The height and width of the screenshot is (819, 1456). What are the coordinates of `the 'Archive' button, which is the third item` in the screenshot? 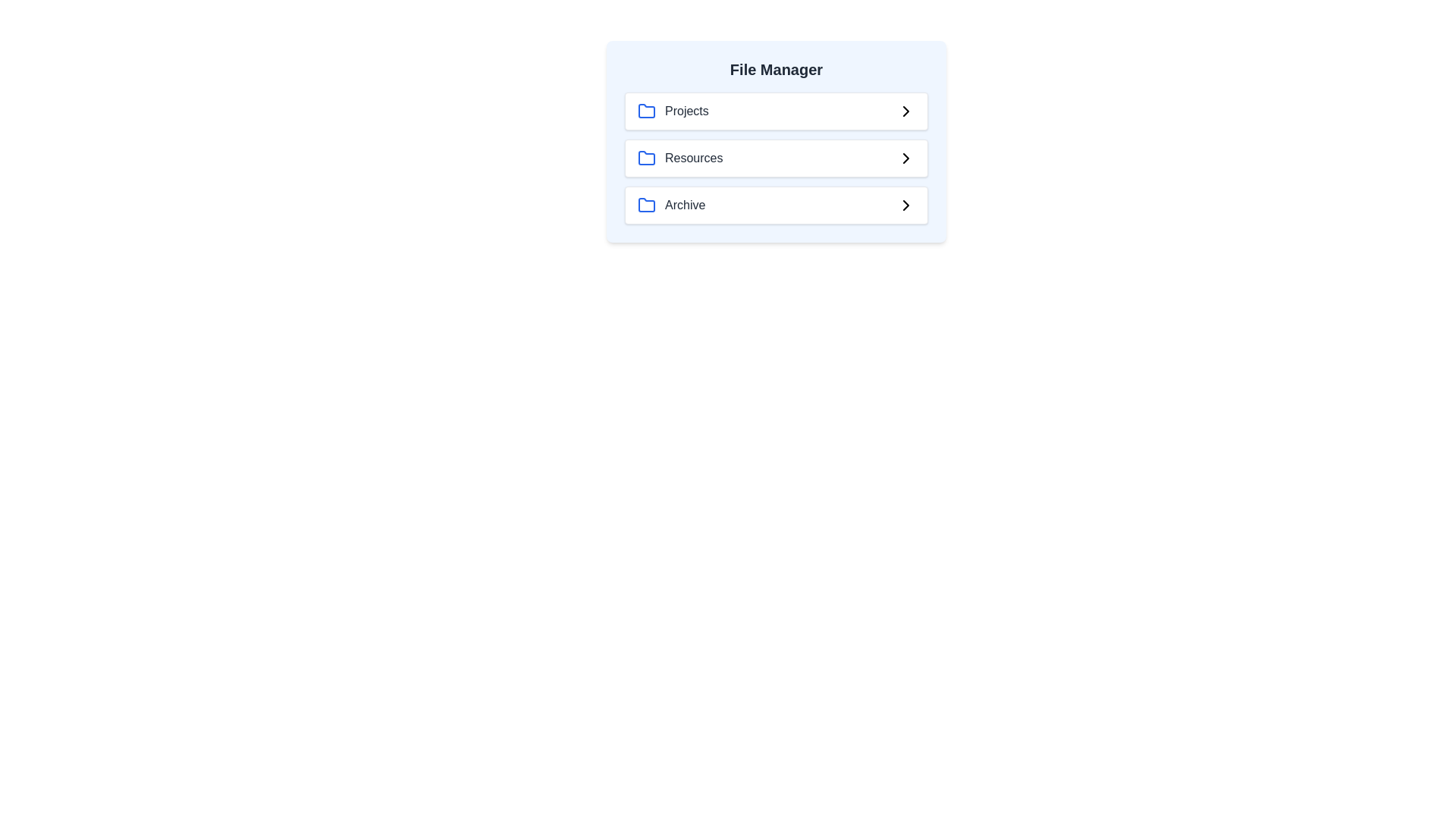 It's located at (670, 205).